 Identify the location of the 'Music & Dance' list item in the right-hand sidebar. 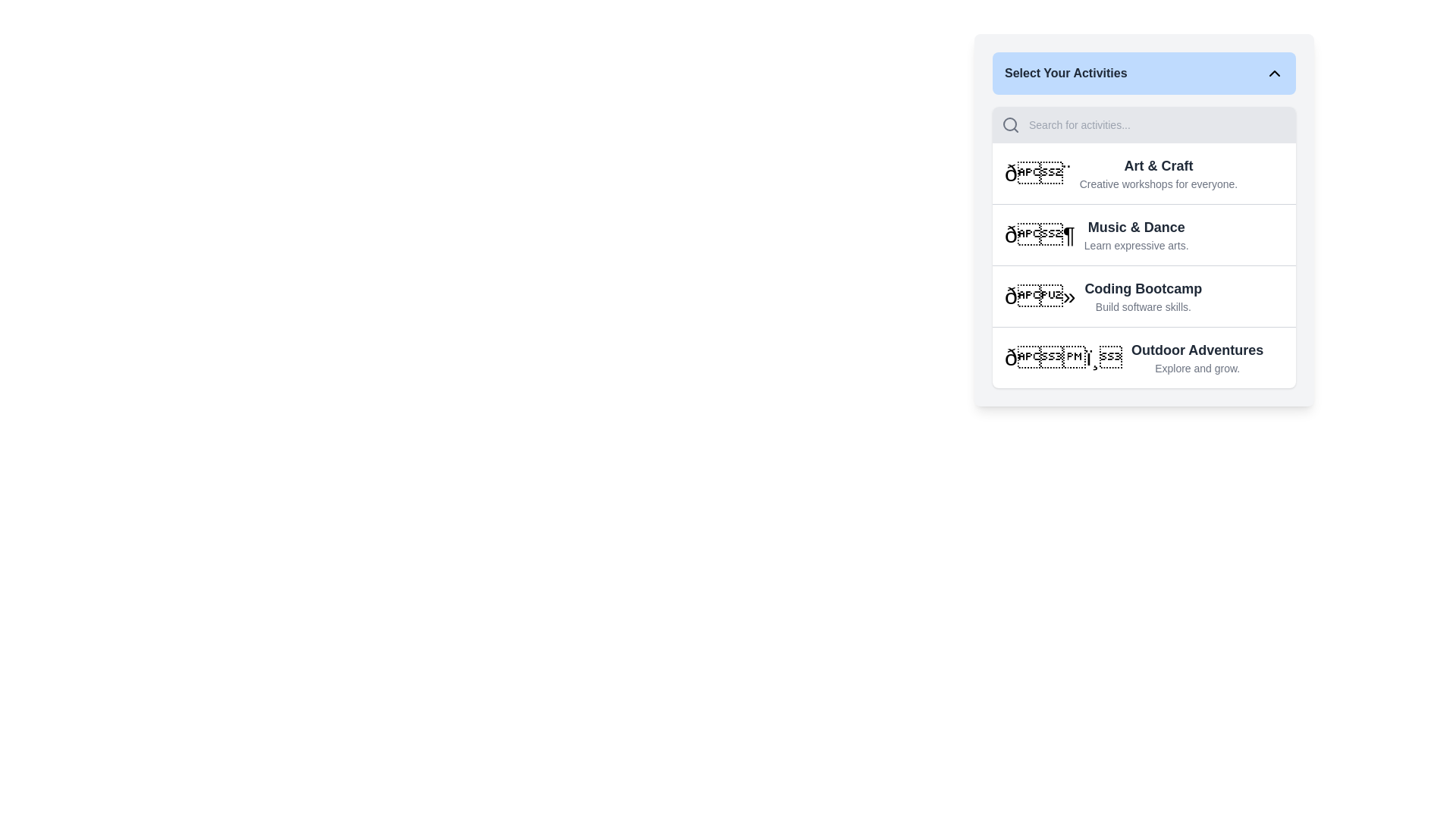
(1144, 234).